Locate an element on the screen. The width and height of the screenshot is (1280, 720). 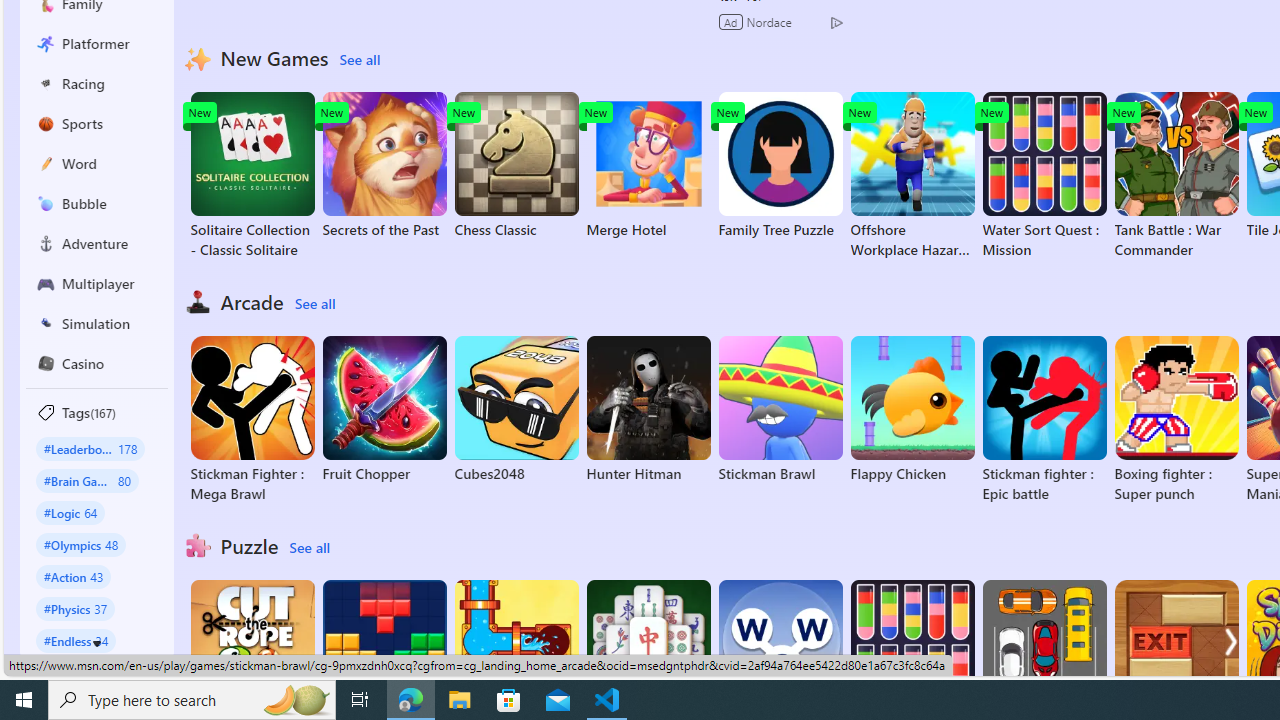
'Offshore Workplace Hazard Game' is located at coordinates (911, 175).